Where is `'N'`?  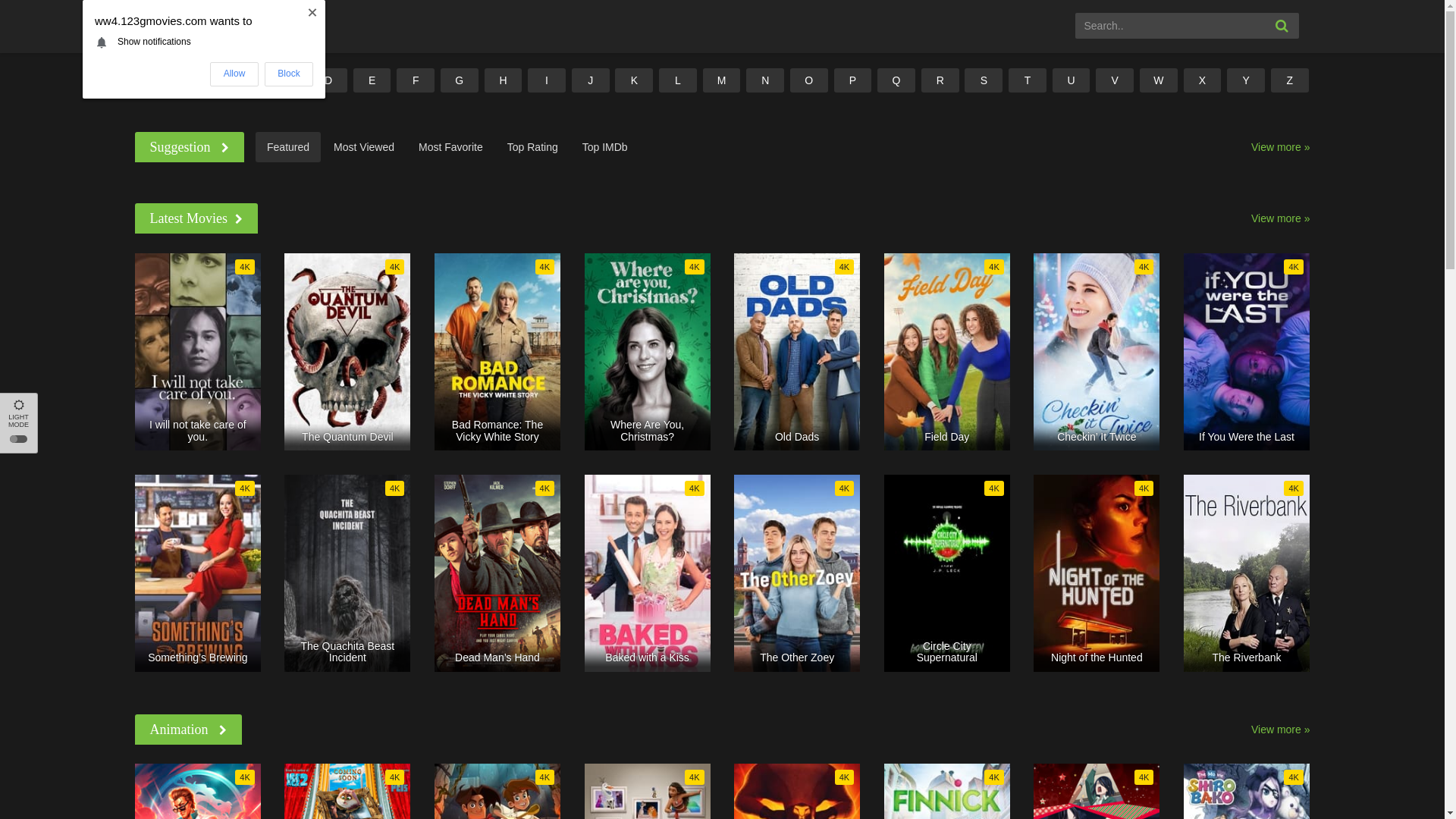
'N' is located at coordinates (745, 80).